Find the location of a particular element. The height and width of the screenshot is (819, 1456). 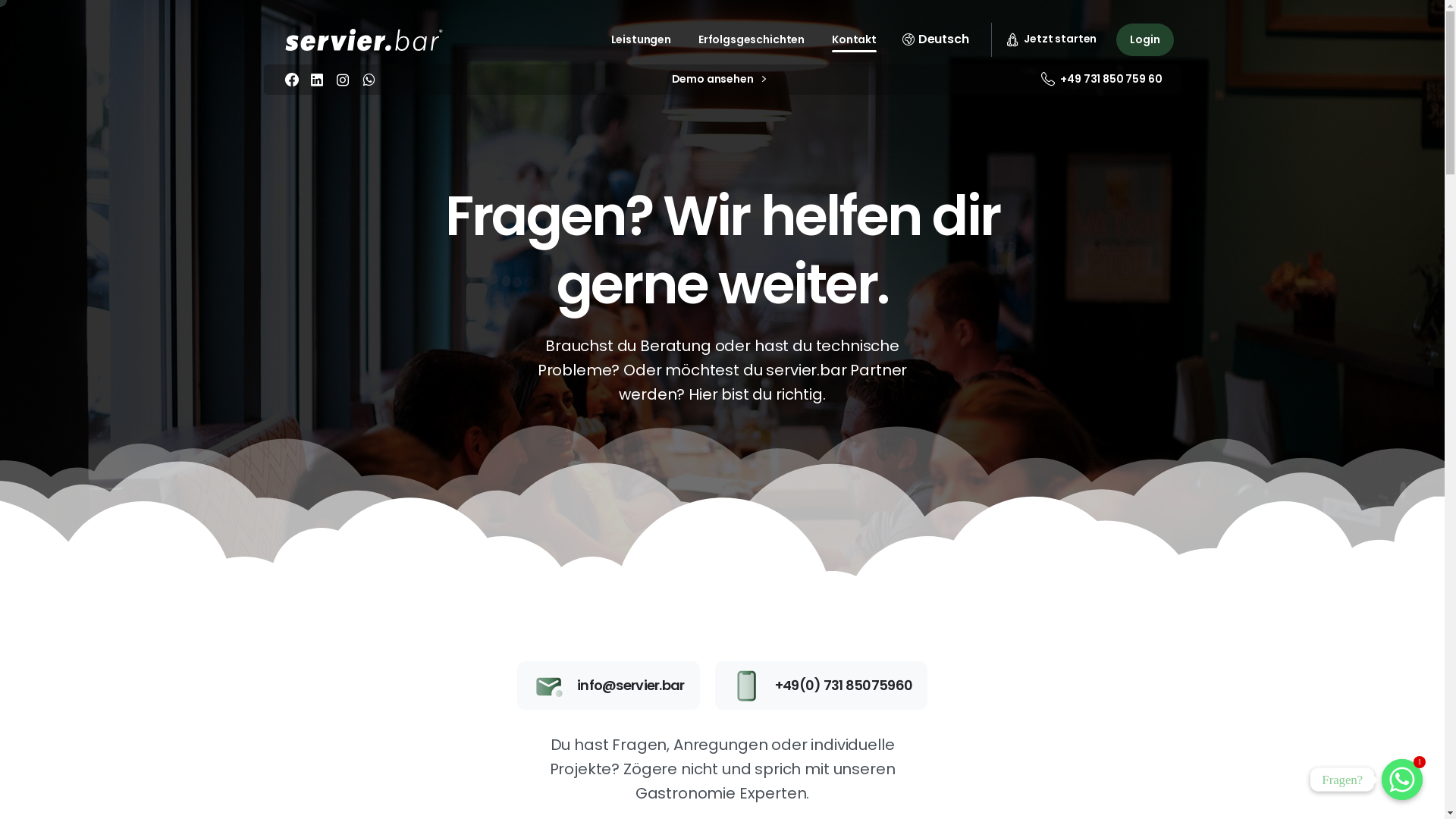

'Leistungen' is located at coordinates (641, 39).